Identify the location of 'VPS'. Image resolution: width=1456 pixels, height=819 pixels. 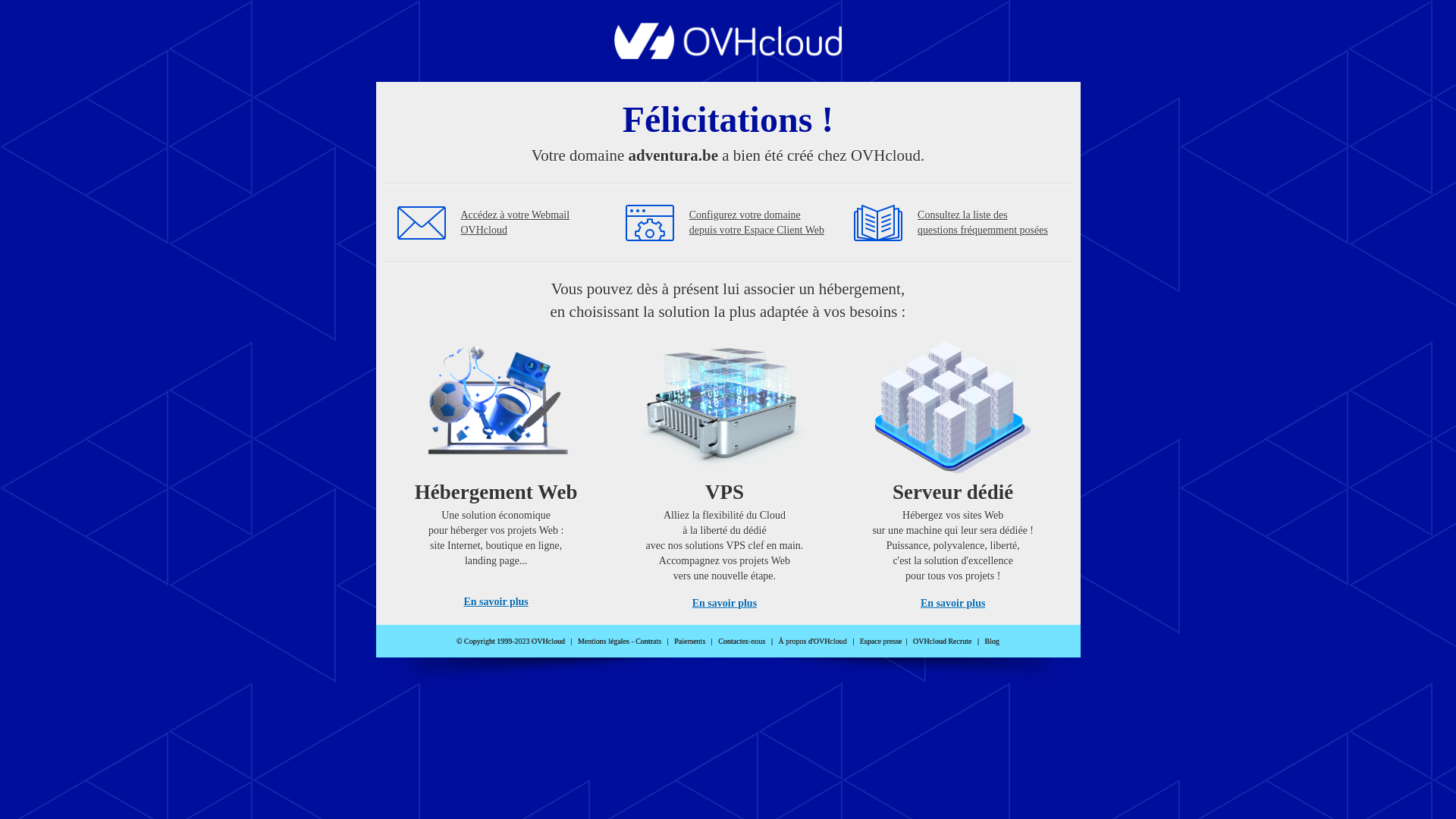
(723, 469).